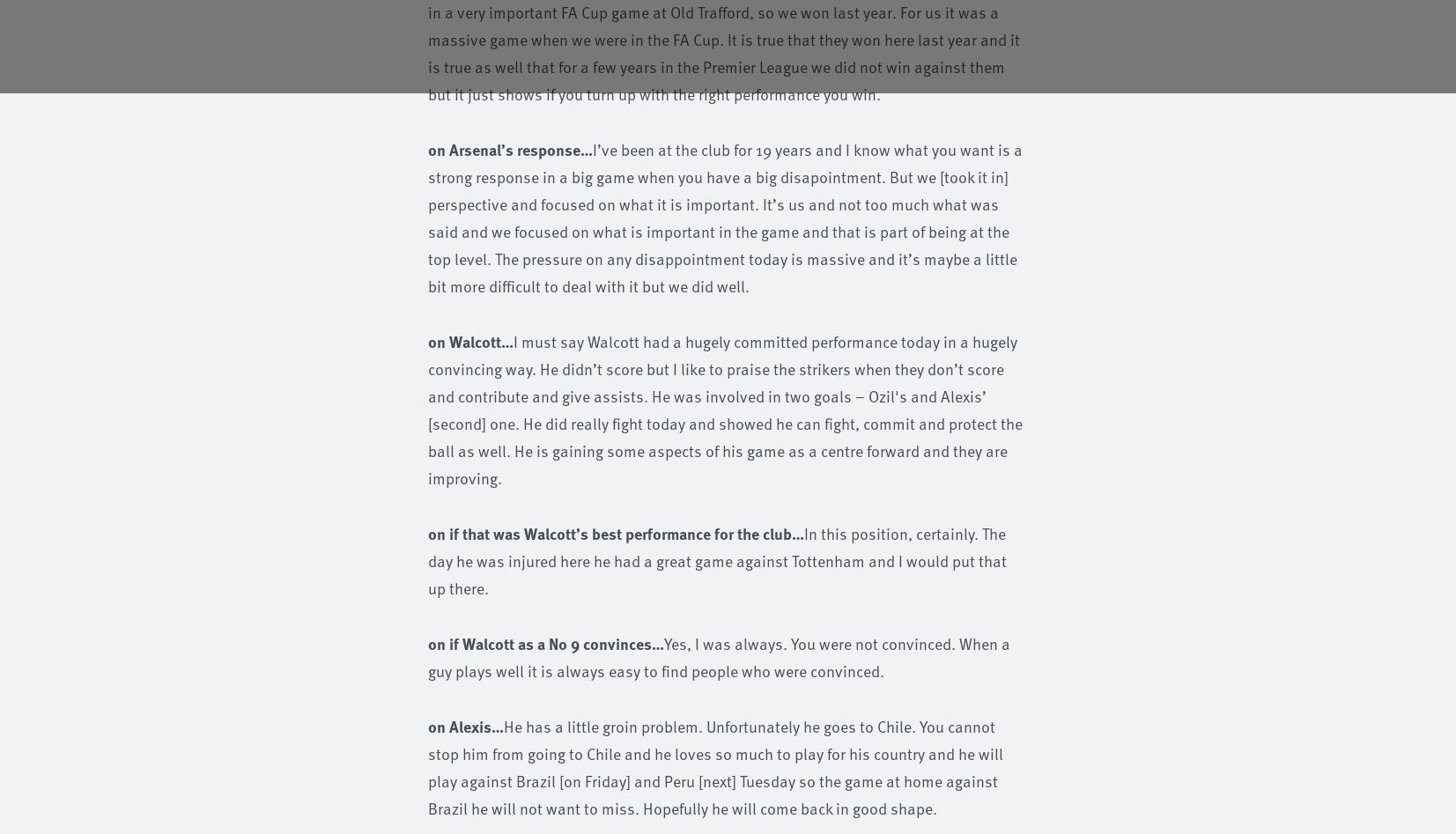  I want to click on 'He has a little groin problem. Unfortunately he goes to Chile. You cannot stop him from going to Chile and he loves so much to play for his country and he will play against Brazil [on Friday] and Peru [next] Tuesday so the game at home against Brazil he will not want to miss. Hopefully he will come back in good shape.', so click(714, 765).